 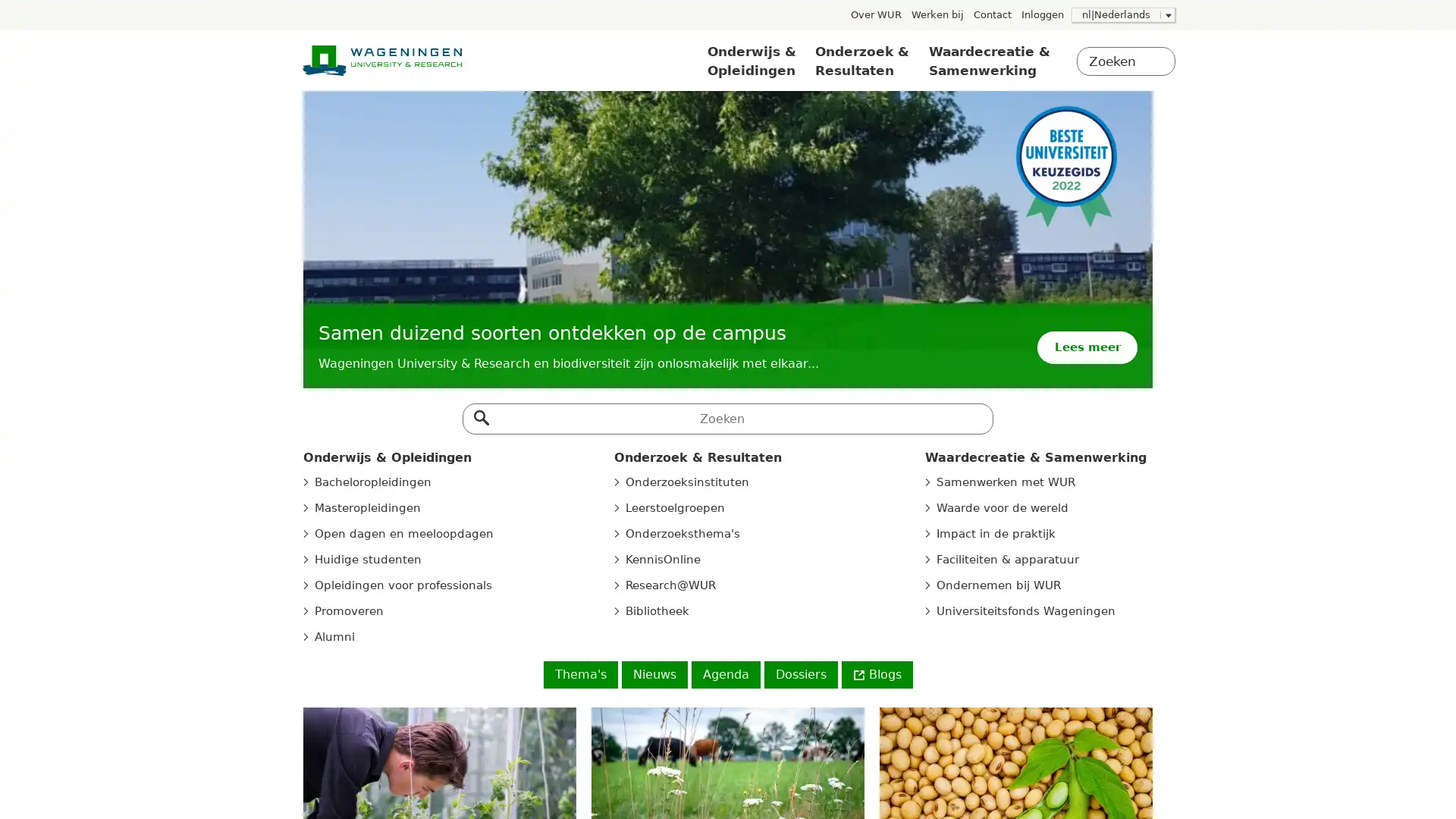 What do you see at coordinates (479, 414) in the screenshot?
I see `Zoeken` at bounding box center [479, 414].